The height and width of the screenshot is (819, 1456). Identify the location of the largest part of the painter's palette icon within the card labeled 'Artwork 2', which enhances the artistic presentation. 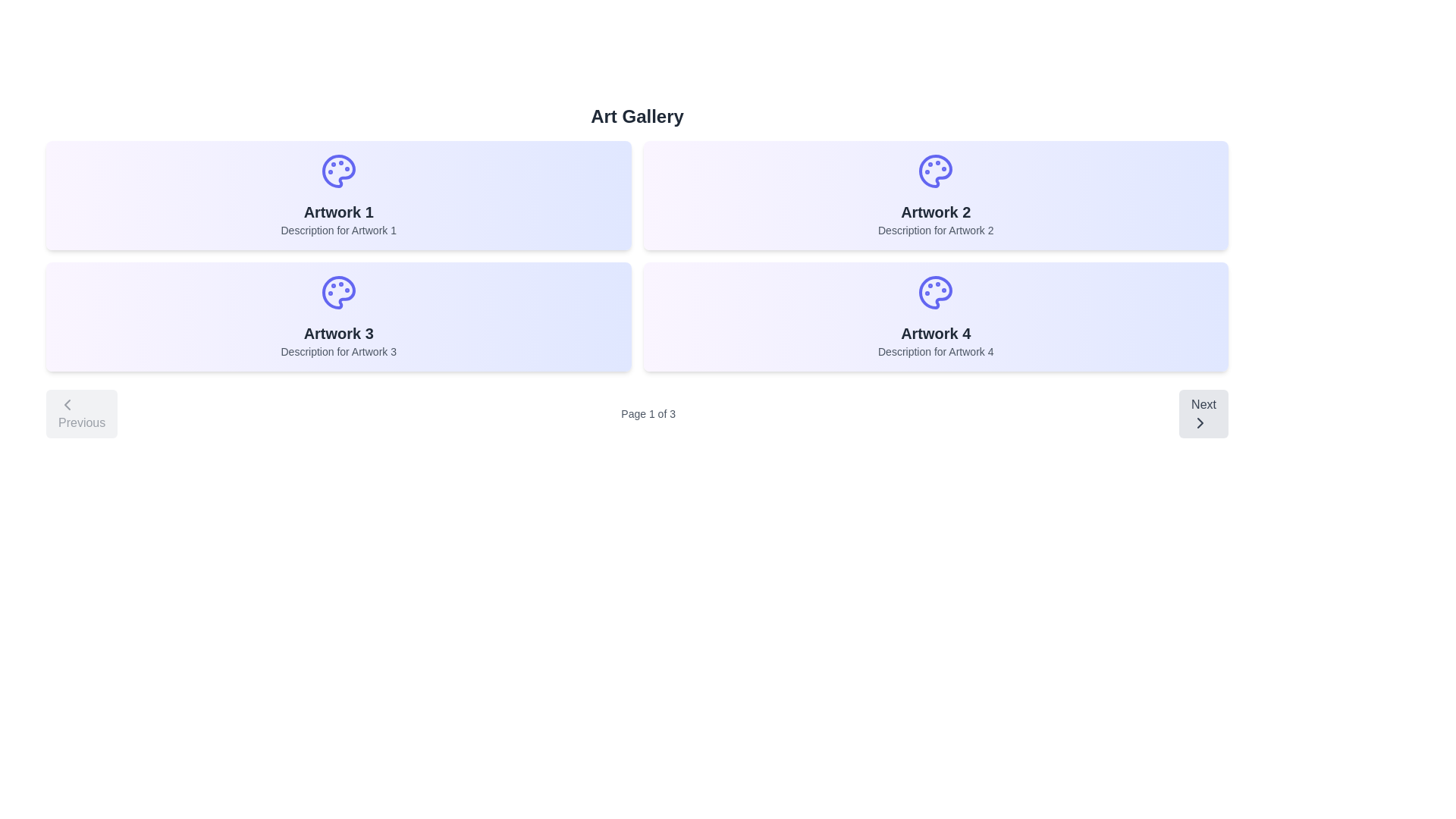
(935, 171).